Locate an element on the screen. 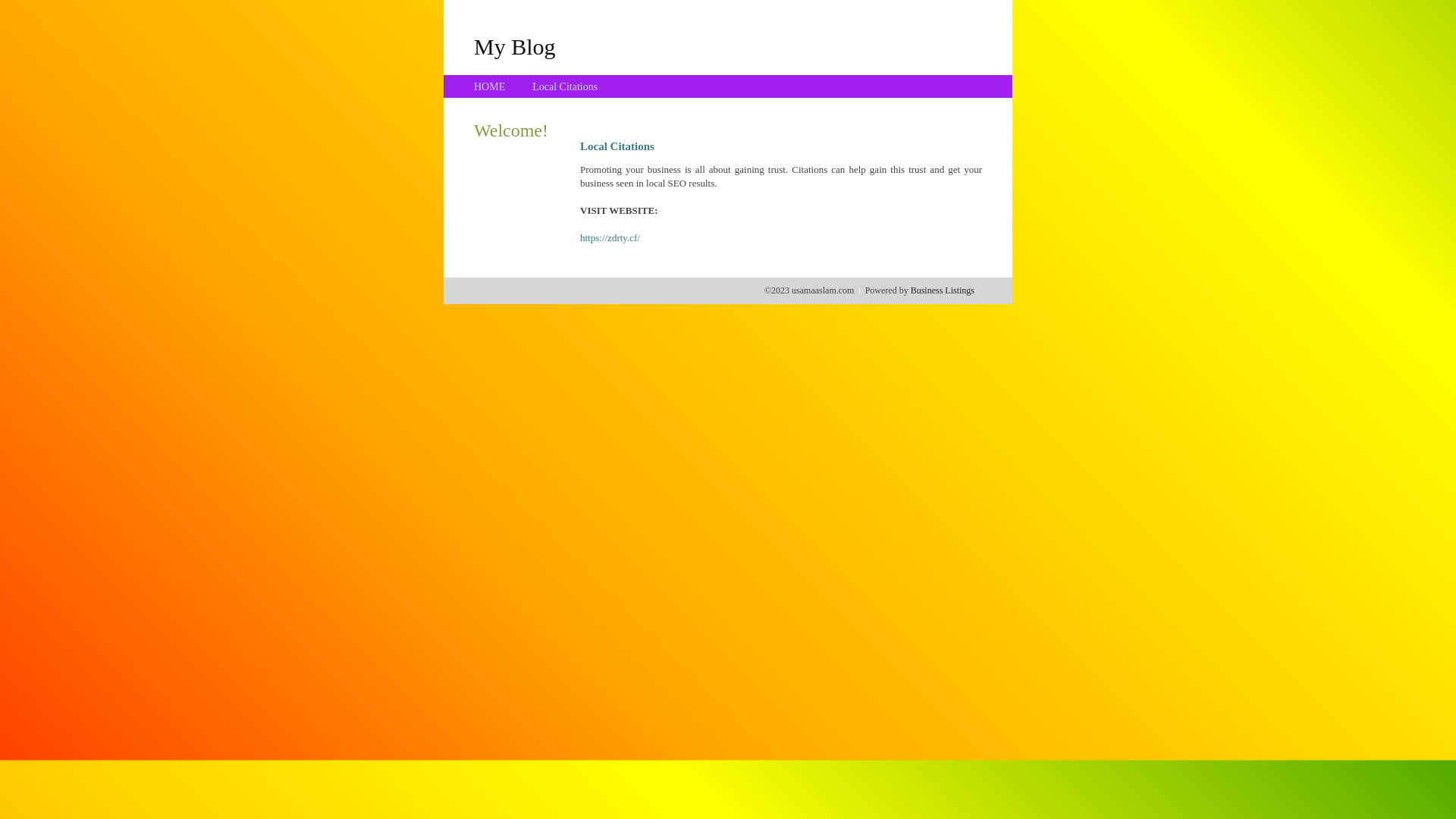  'Local Citations' is located at coordinates (563, 86).